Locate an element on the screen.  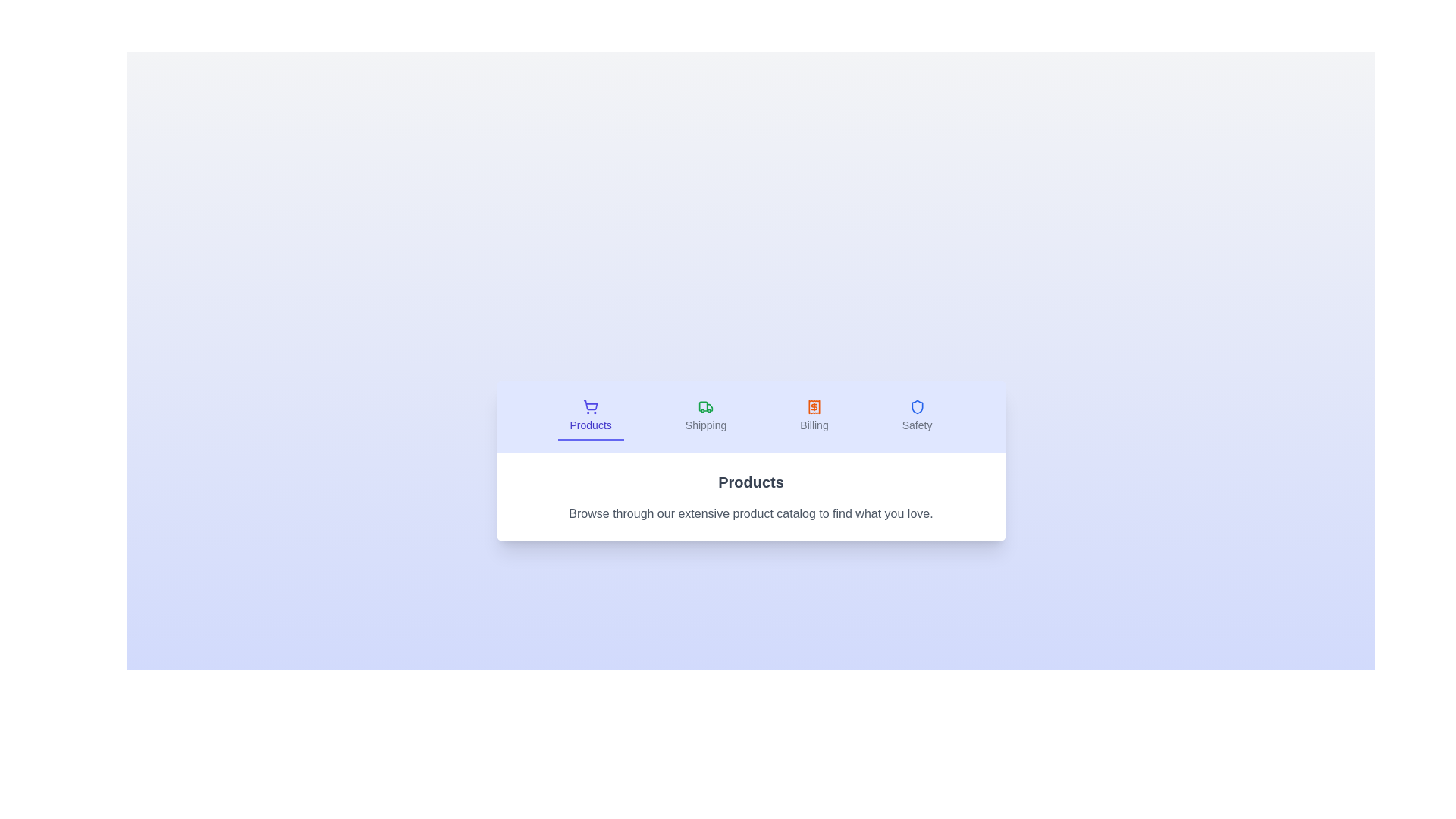
the Products tab to switch to its content is located at coordinates (590, 417).